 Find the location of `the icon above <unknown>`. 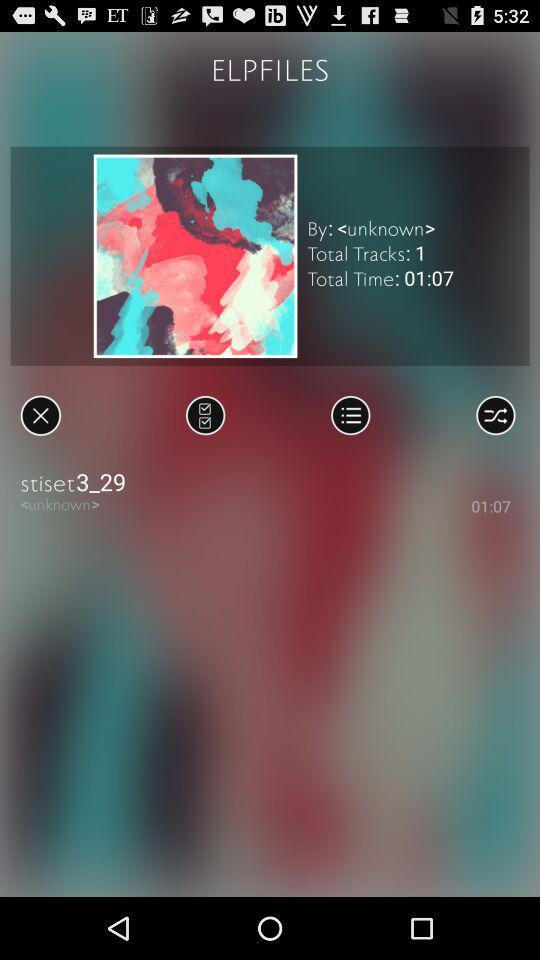

the icon above <unknown> is located at coordinates (270, 481).